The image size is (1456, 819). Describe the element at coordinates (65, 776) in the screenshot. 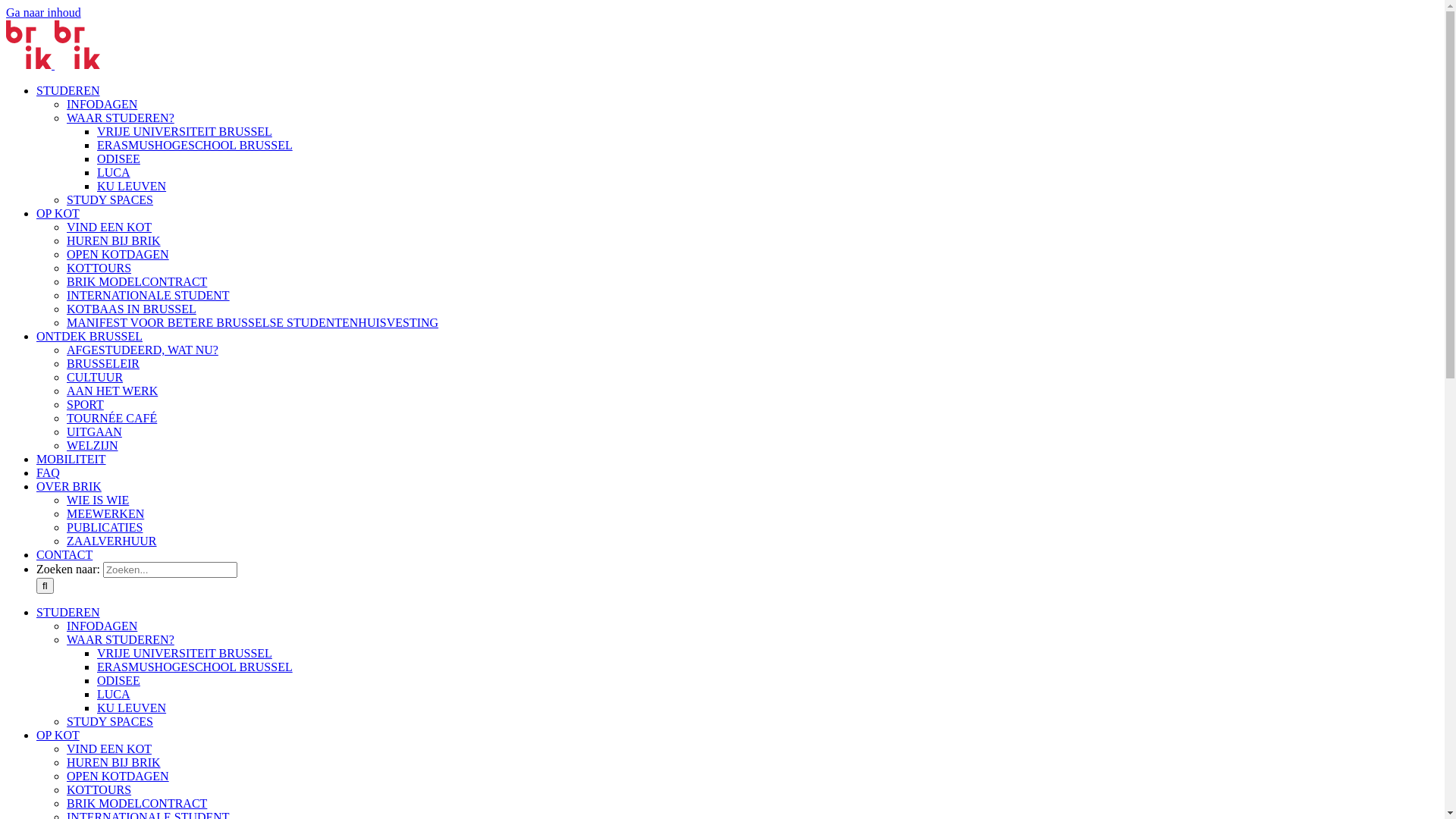

I see `'OPEN KOTDAGEN'` at that location.